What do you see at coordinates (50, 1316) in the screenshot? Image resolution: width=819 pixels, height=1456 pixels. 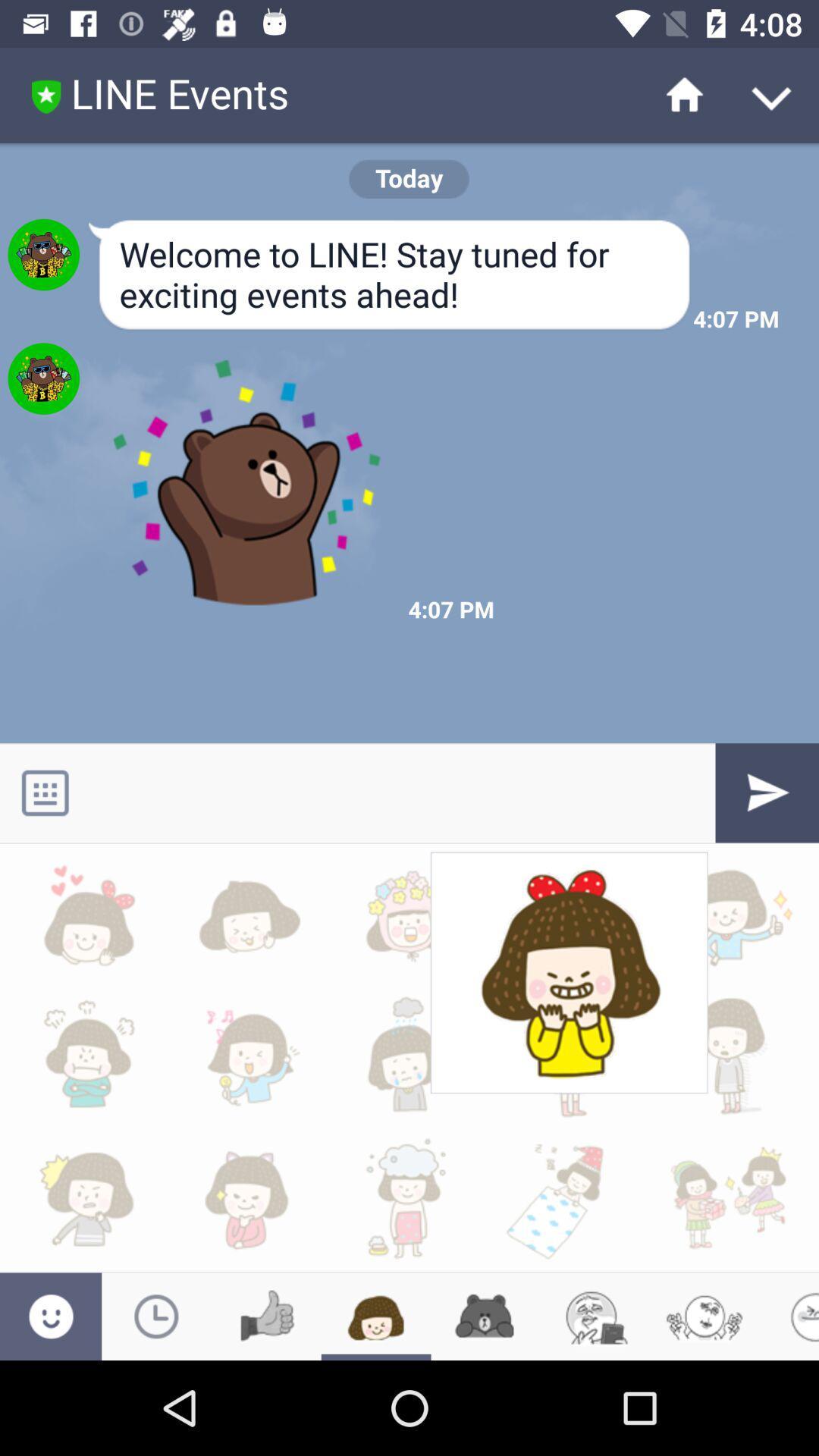 I see `the emoji icon` at bounding box center [50, 1316].